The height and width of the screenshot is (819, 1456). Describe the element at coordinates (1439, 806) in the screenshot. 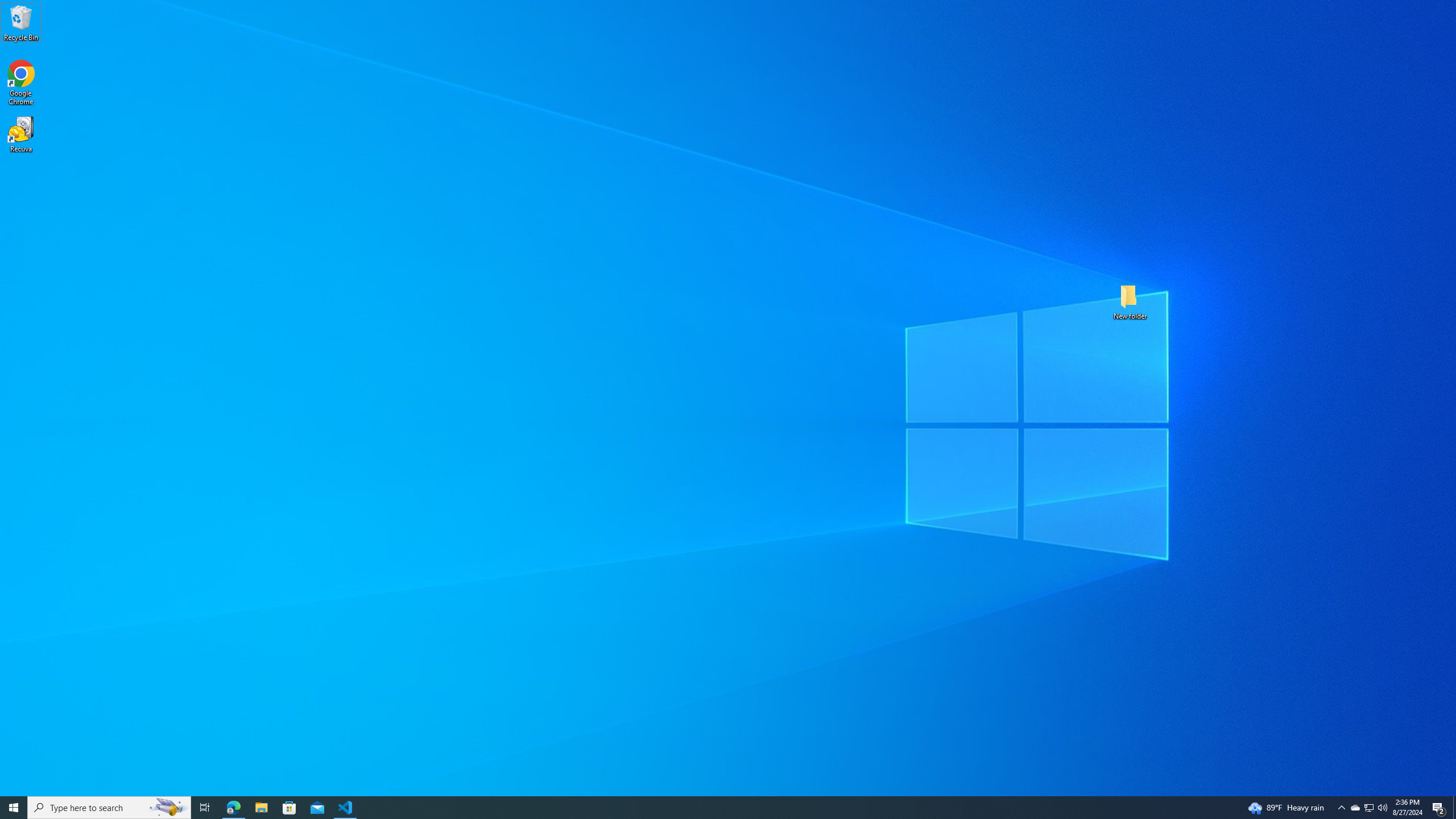

I see `'Action Center, 2 new notifications'` at that location.